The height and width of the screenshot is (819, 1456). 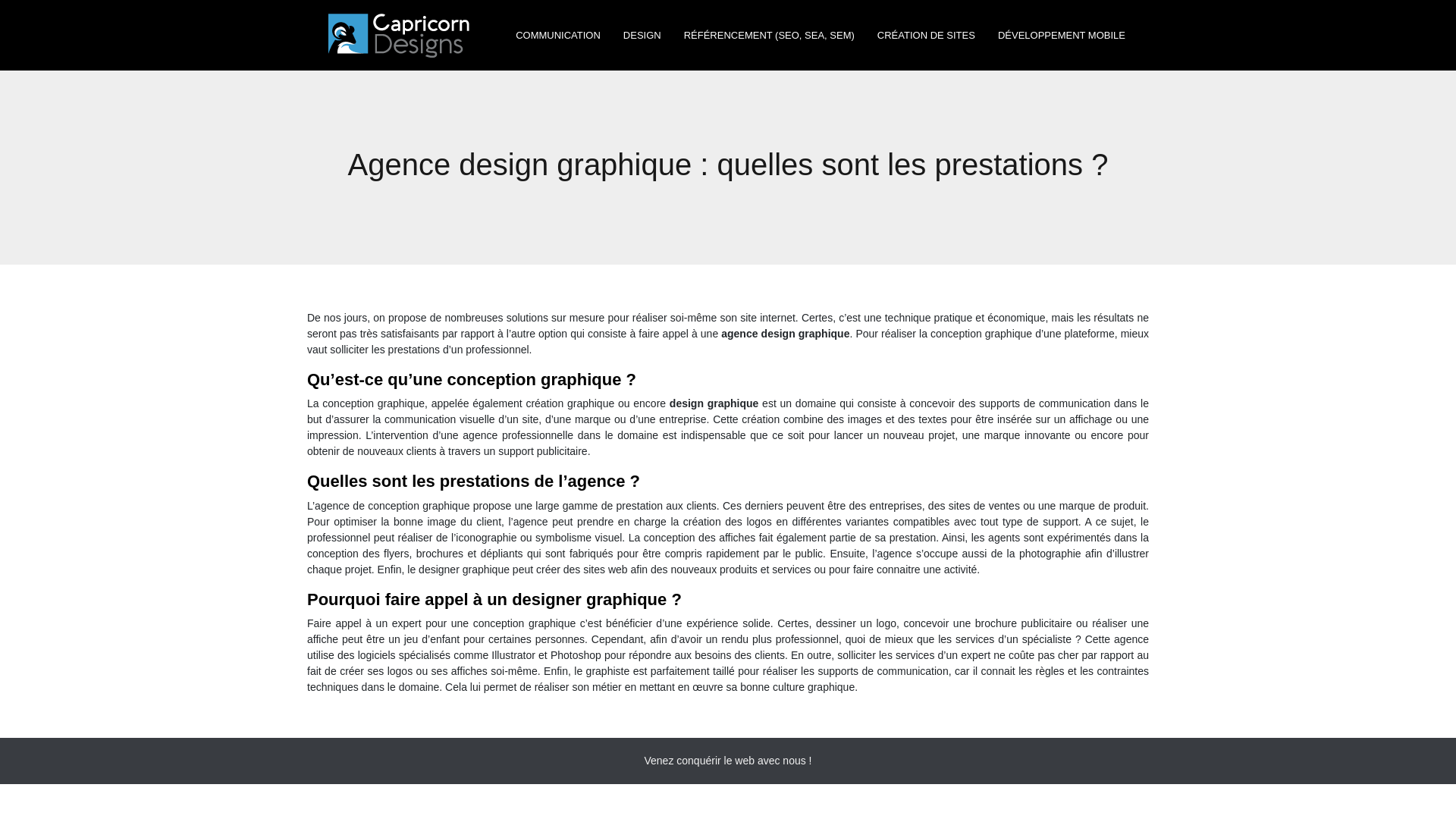 What do you see at coordinates (642, 34) in the screenshot?
I see `'DESIGN'` at bounding box center [642, 34].